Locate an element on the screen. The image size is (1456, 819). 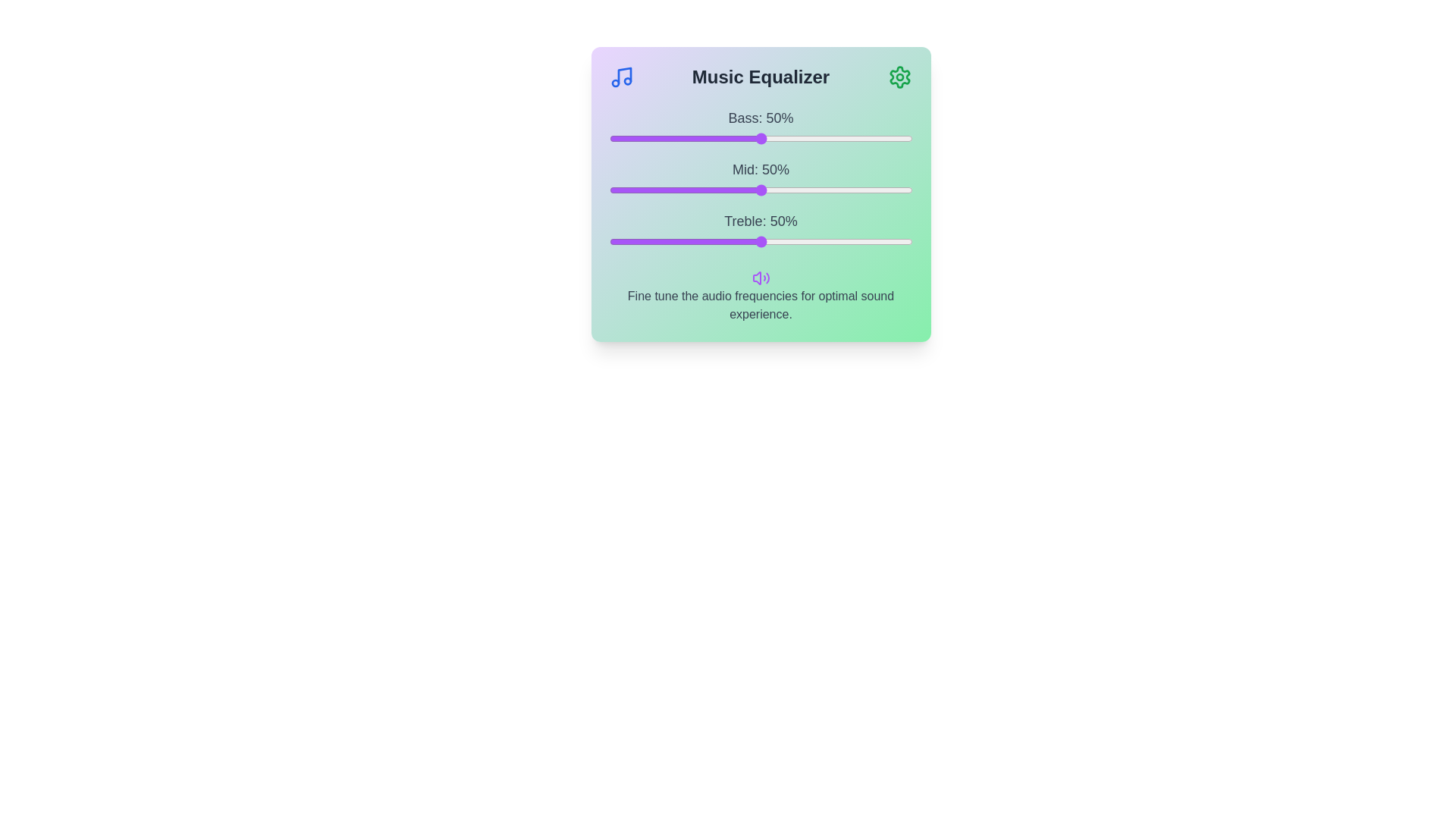
the treble slider to 76% is located at coordinates (839, 241).